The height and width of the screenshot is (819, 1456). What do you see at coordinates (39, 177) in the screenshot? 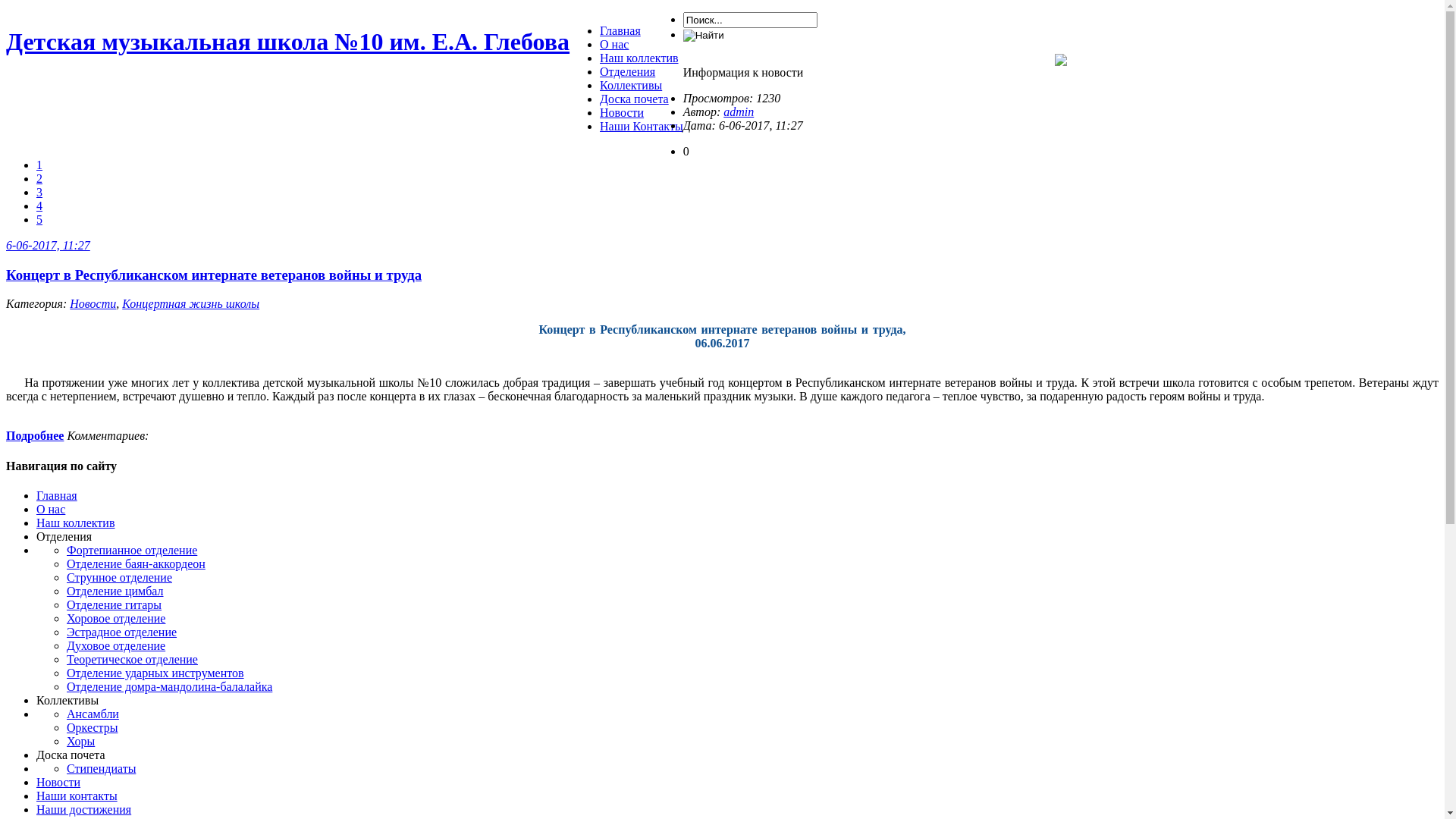
I see `'2'` at bounding box center [39, 177].